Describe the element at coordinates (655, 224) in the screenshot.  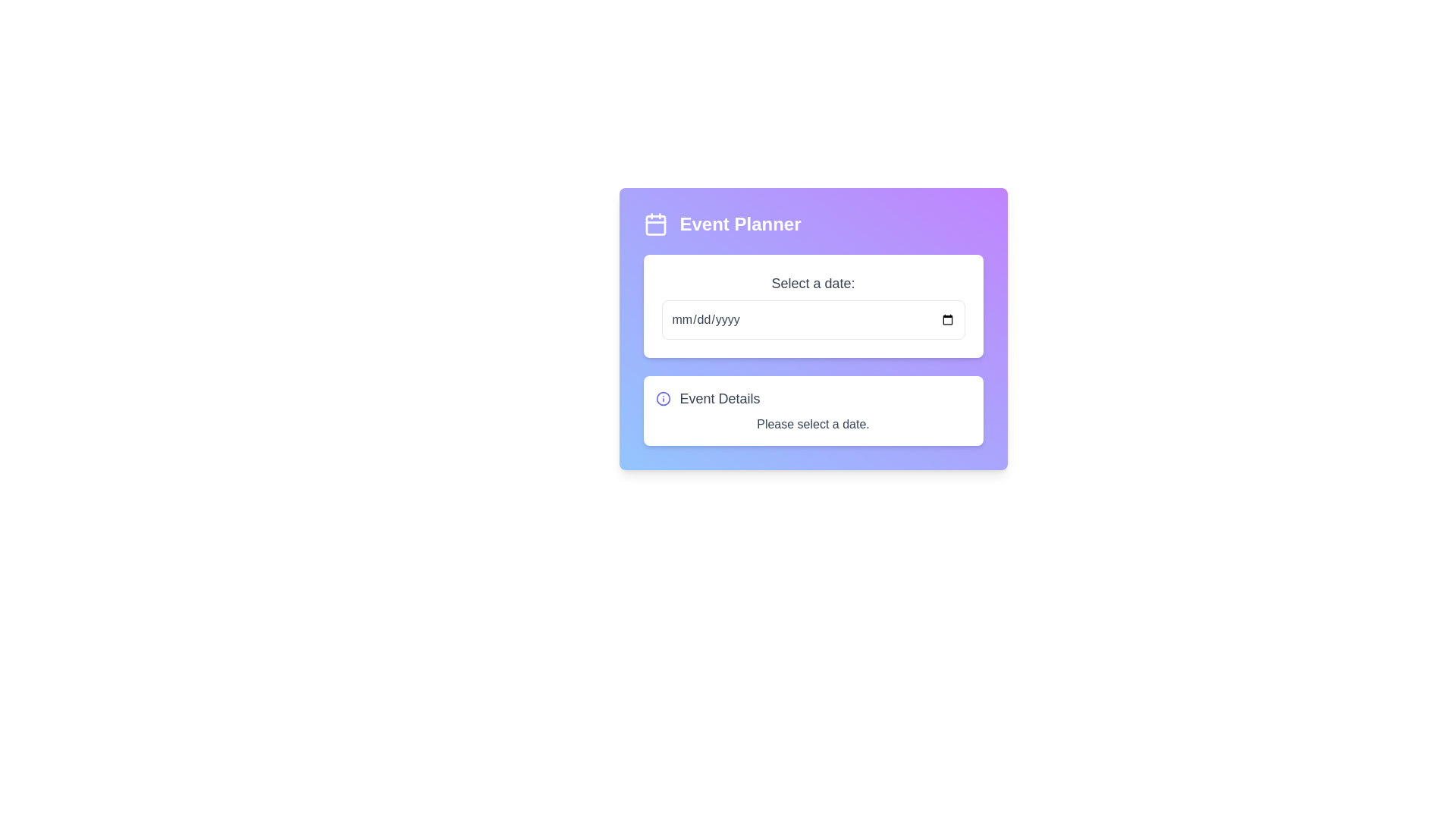
I see `the calendar icon located at the leftmost position of the header section, preceding the 'Event Planner' text` at that location.